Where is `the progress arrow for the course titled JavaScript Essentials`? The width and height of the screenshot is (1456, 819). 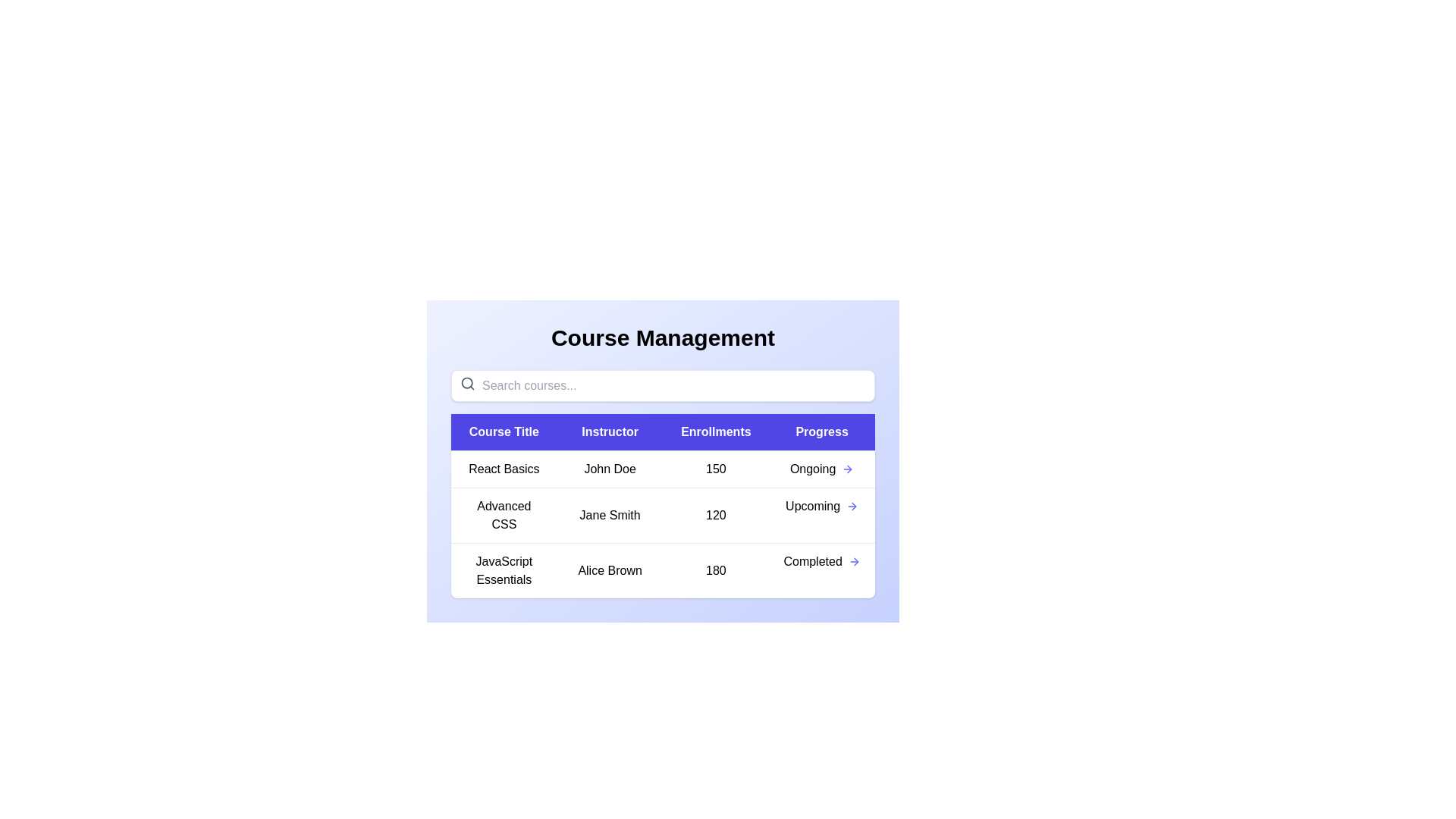
the progress arrow for the course titled JavaScript Essentials is located at coordinates (854, 561).